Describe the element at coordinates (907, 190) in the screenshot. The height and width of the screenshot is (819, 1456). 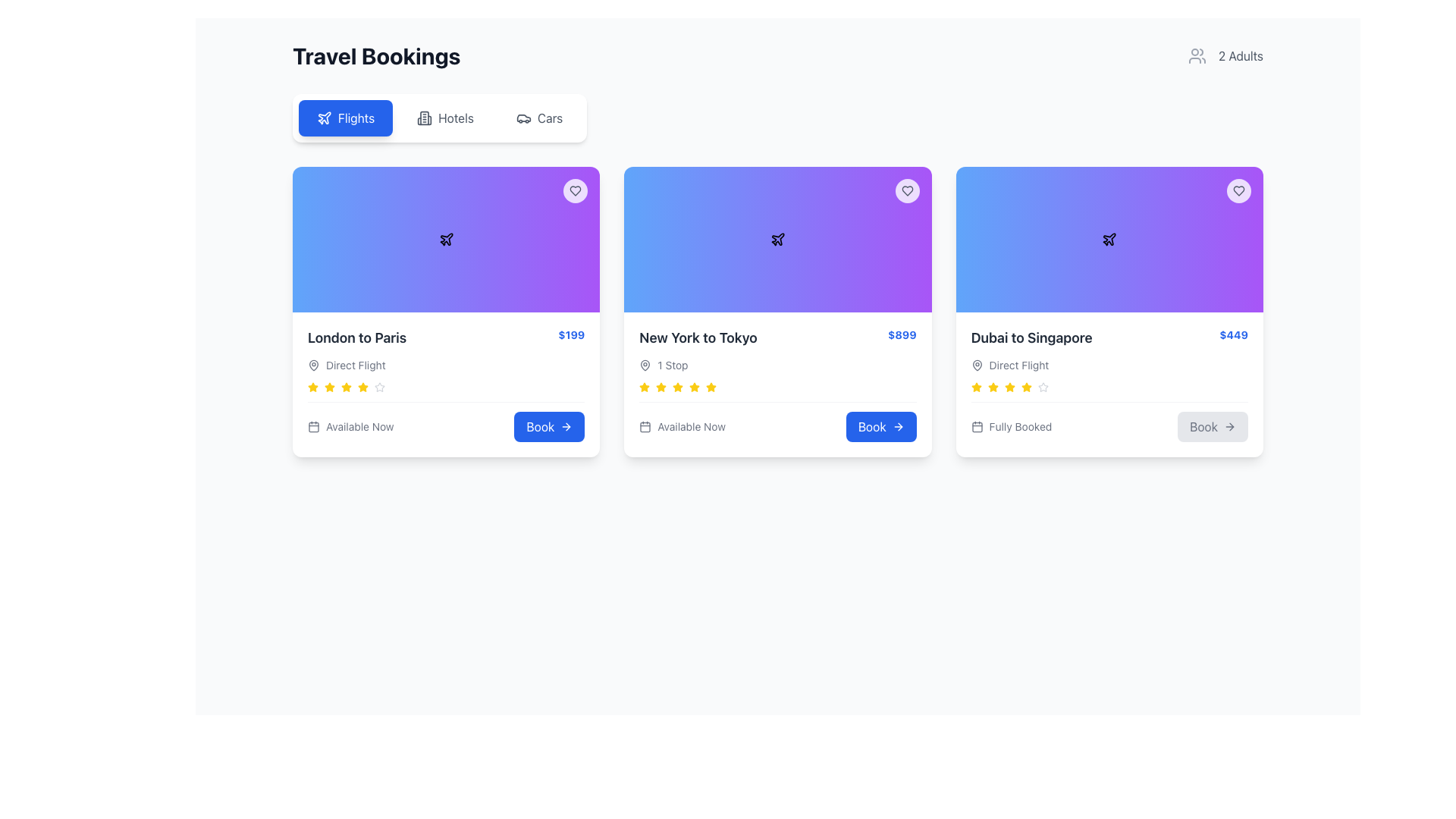
I see `the heart-shaped line style icon in the upper-right corner of the 'New York to Tokyo' card` at that location.